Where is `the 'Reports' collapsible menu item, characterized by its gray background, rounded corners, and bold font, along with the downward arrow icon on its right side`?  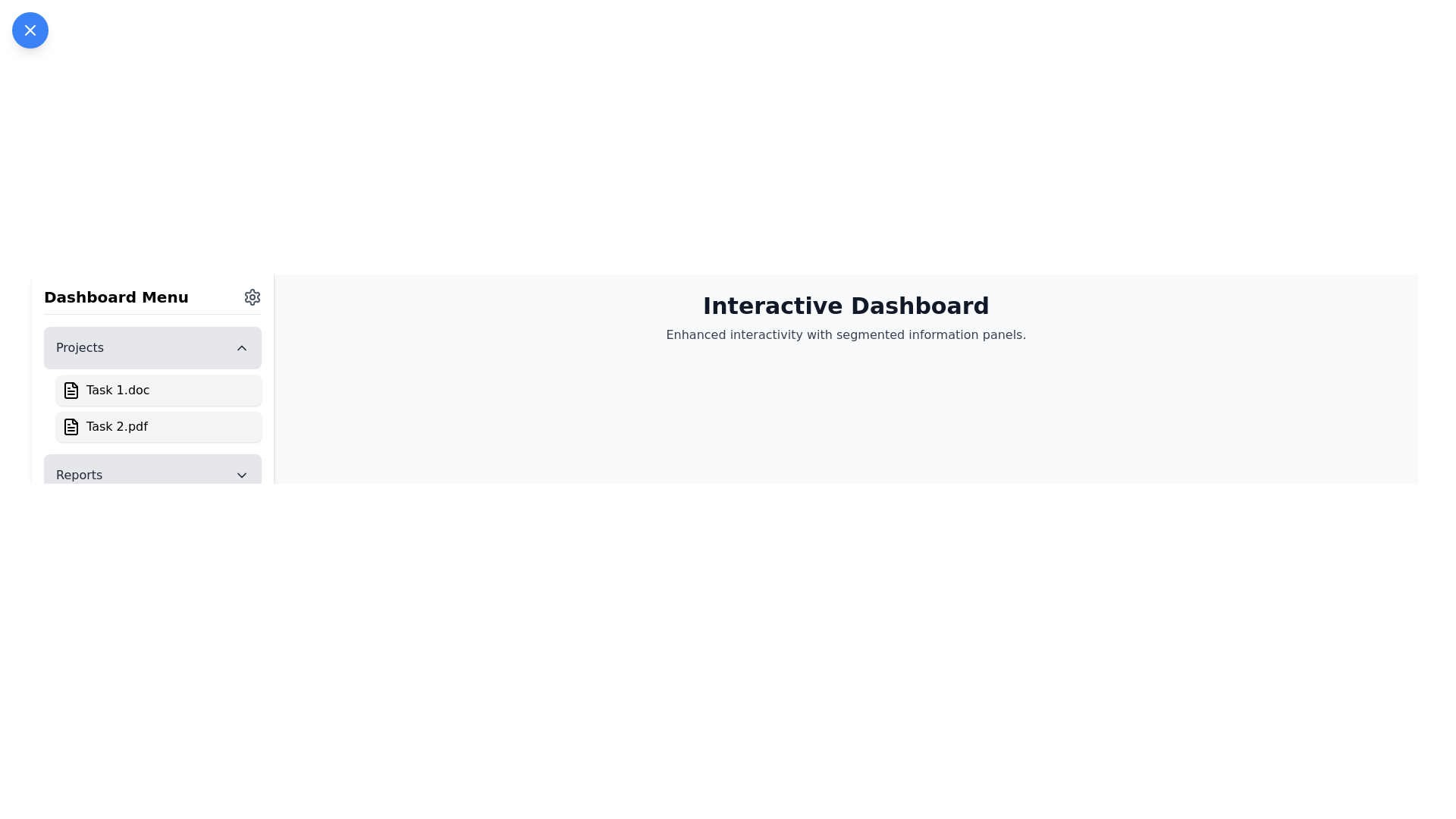
the 'Reports' collapsible menu item, characterized by its gray background, rounded corners, and bold font, along with the downward arrow icon on its right side is located at coordinates (152, 475).